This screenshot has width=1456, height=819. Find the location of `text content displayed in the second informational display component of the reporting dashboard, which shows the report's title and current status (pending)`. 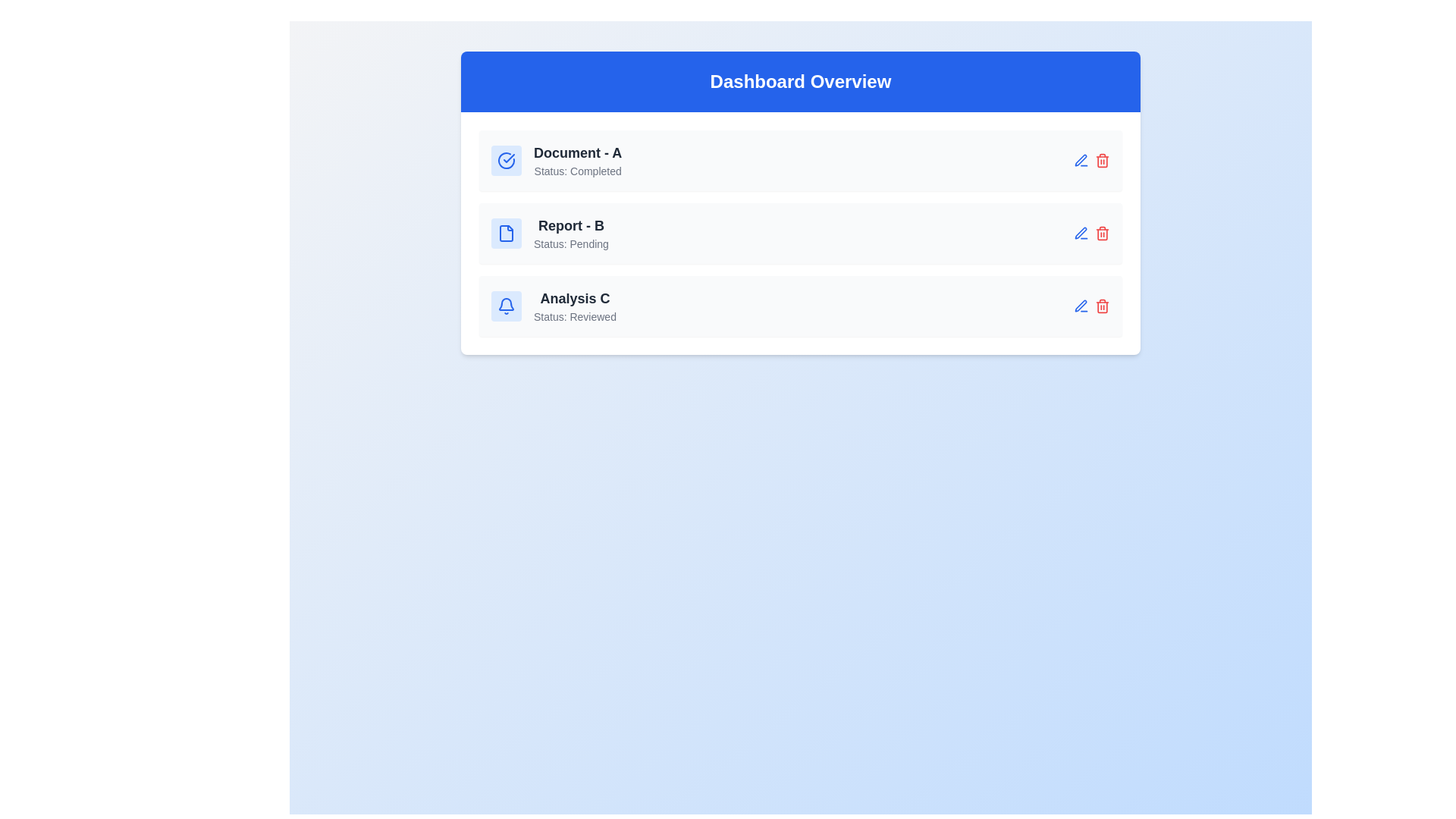

text content displayed in the second informational display component of the reporting dashboard, which shows the report's title and current status (pending) is located at coordinates (570, 234).